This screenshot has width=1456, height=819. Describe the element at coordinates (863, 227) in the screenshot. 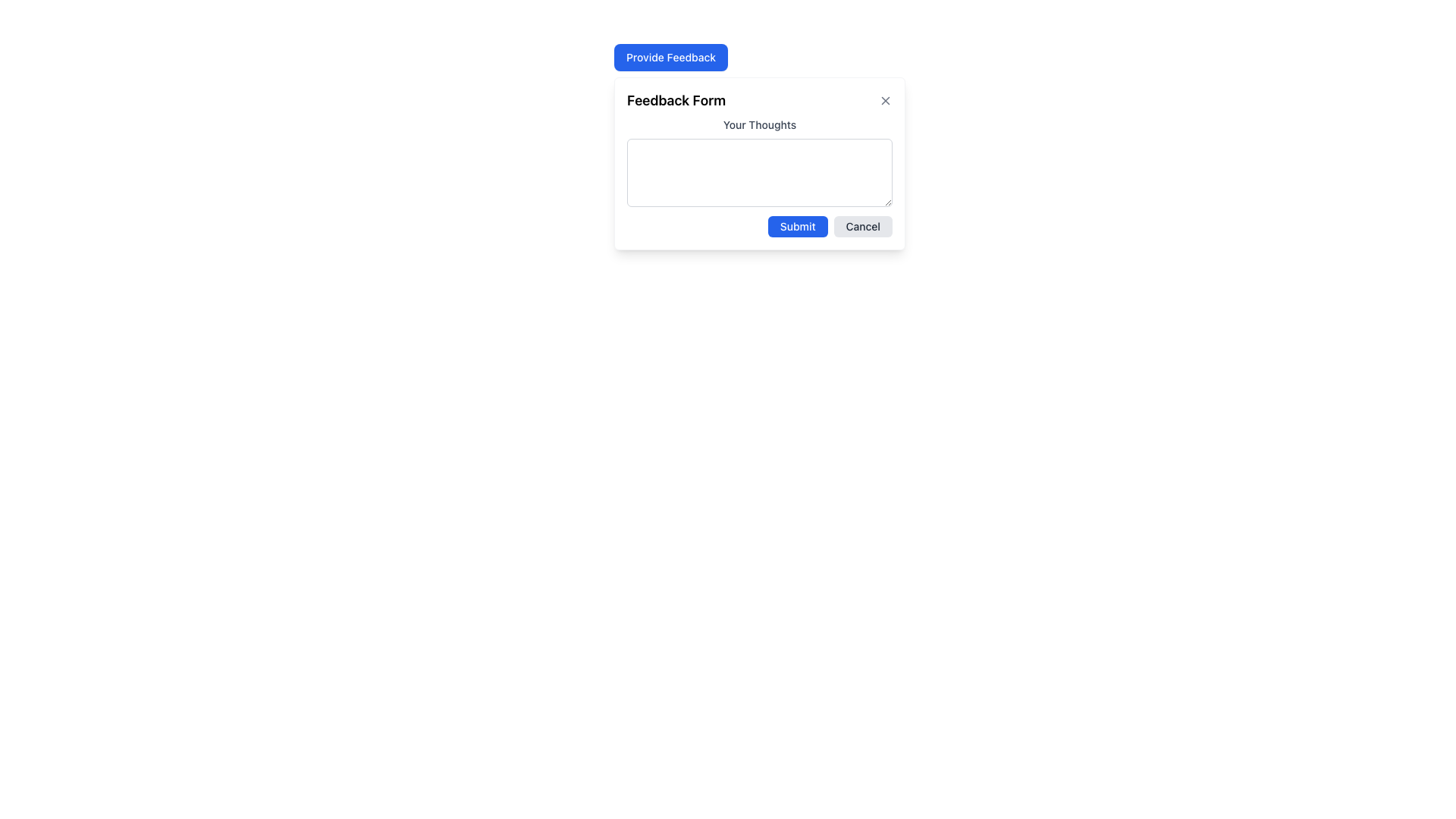

I see `the 'Cancel' button, which is a rectangular button with a light gray background and dark gray text, located in the bottom-right corner of the modal dialog interface` at that location.